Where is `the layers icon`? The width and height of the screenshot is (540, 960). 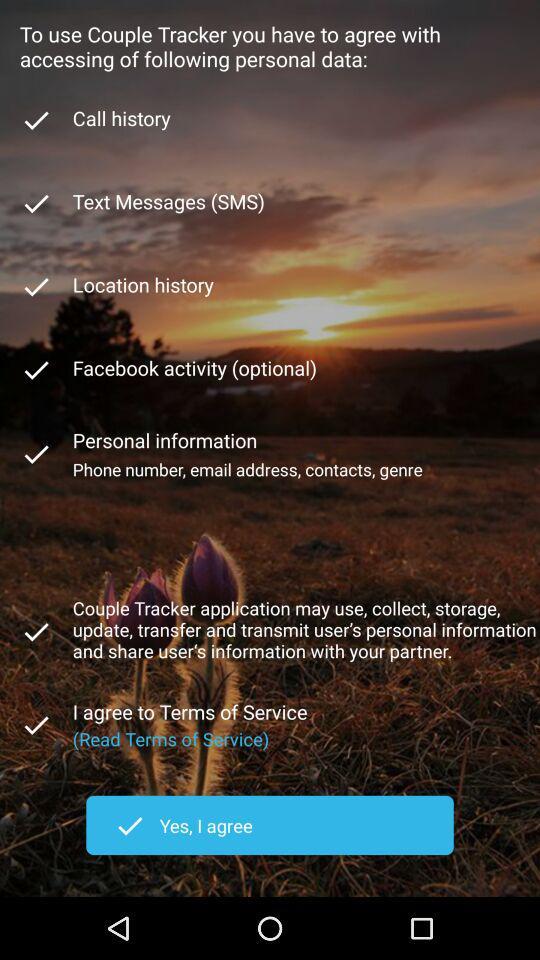
the layers icon is located at coordinates (36, 676).